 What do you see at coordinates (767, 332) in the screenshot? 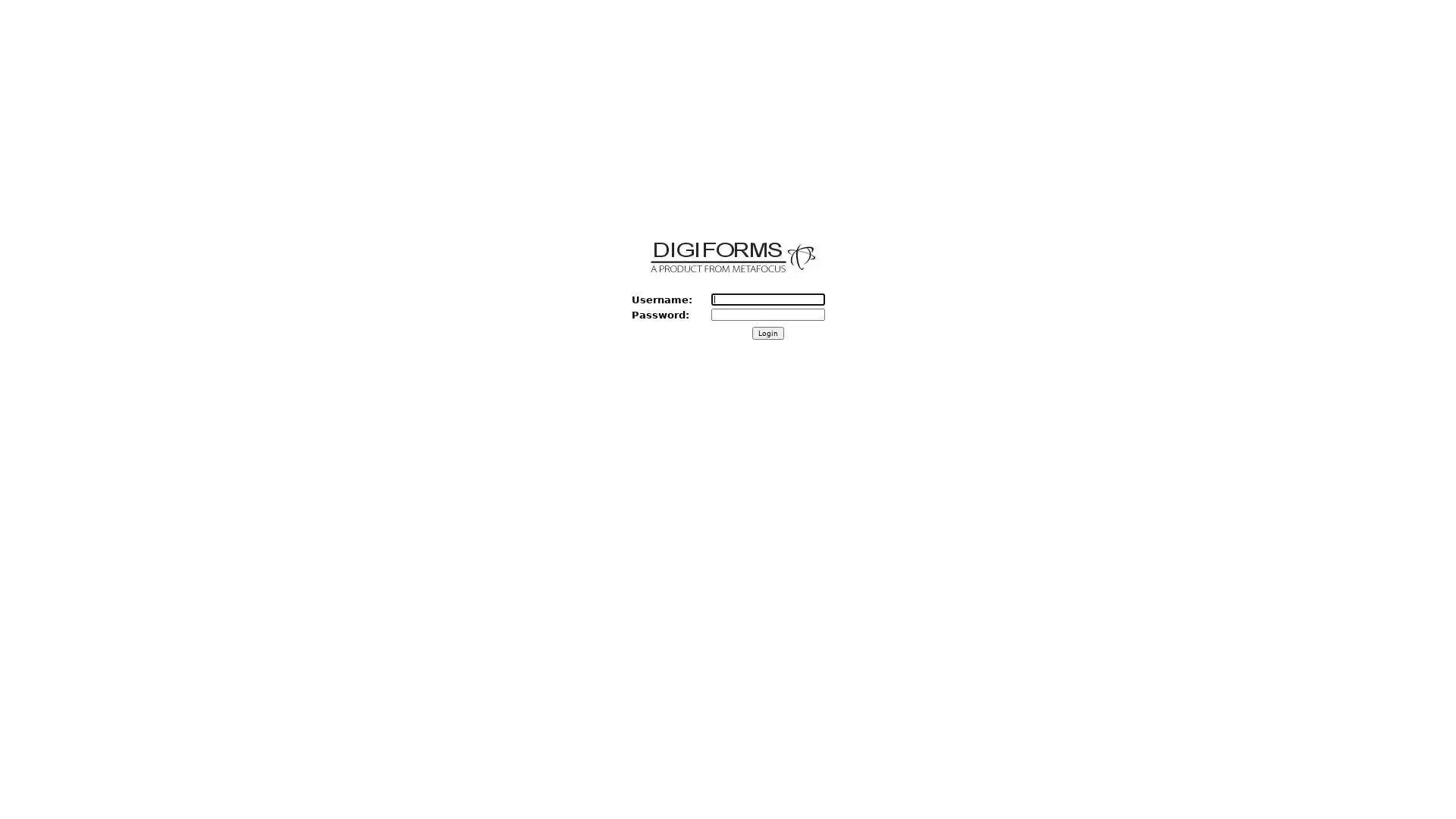
I see `Login` at bounding box center [767, 332].